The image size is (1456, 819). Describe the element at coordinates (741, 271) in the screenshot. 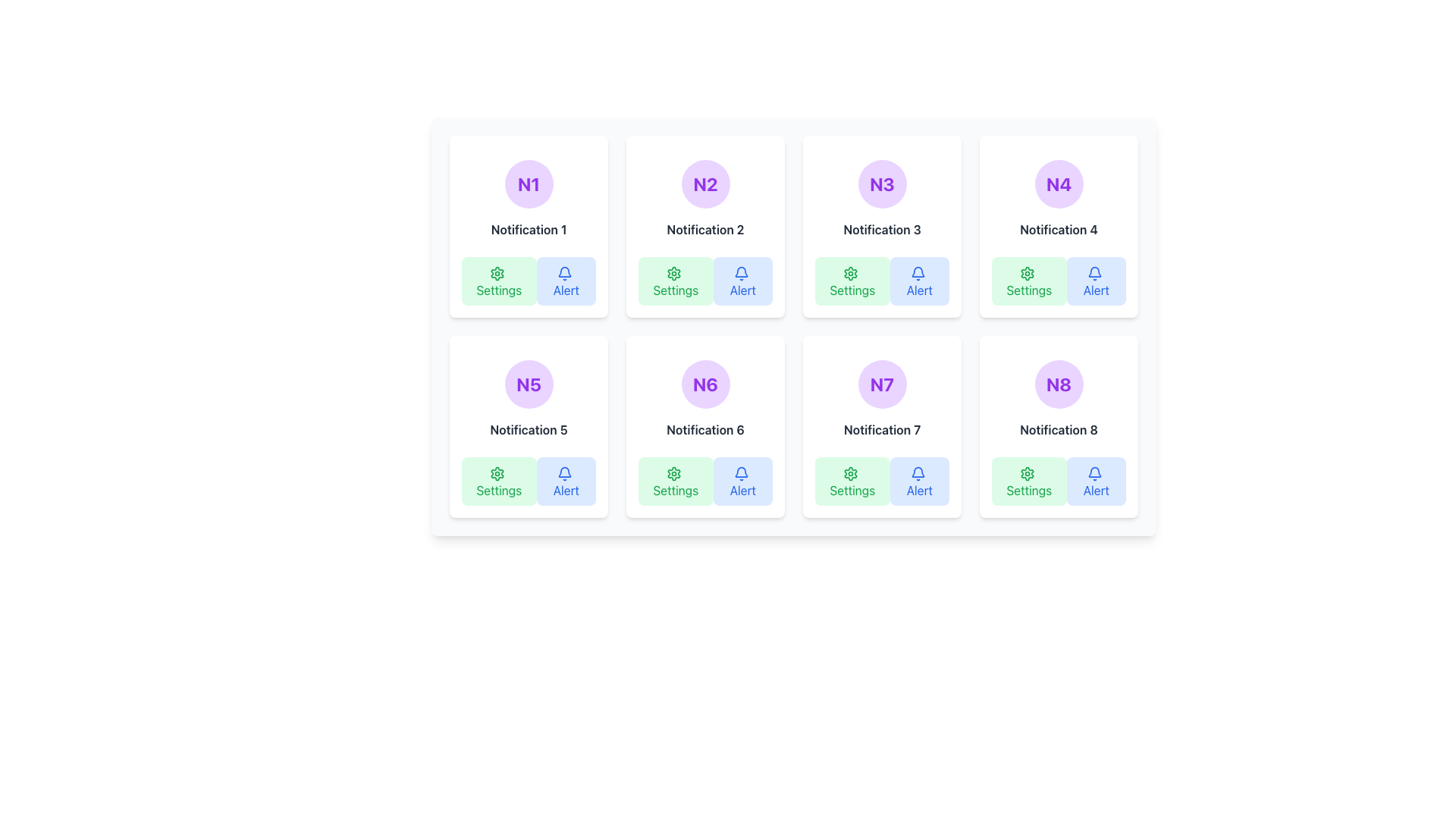

I see `the bell-shaped icon with blue outlines located in the bottom section of the card labeled 'Notification 2'` at that location.